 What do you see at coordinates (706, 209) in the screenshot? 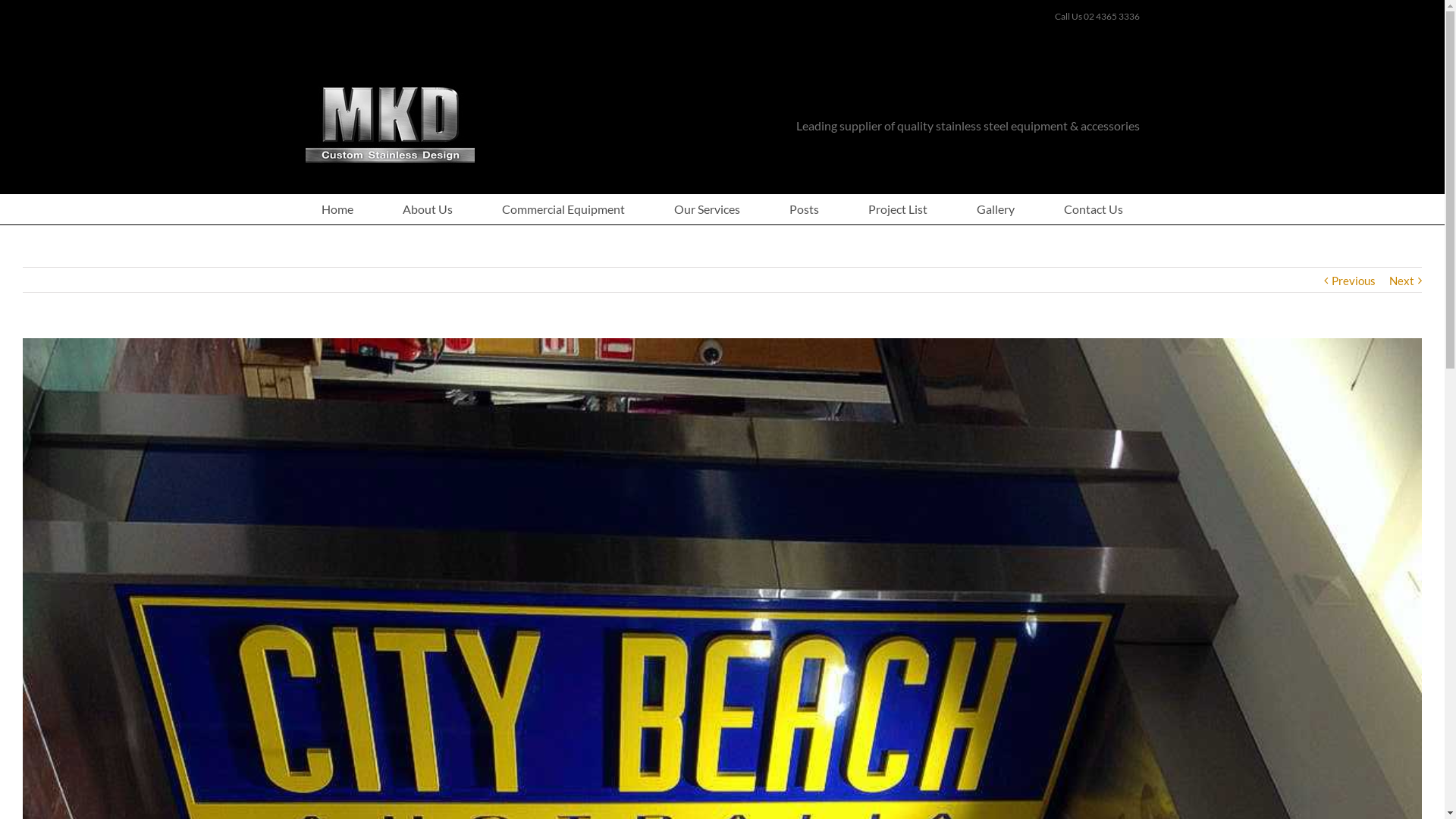
I see `'Our Services'` at bounding box center [706, 209].